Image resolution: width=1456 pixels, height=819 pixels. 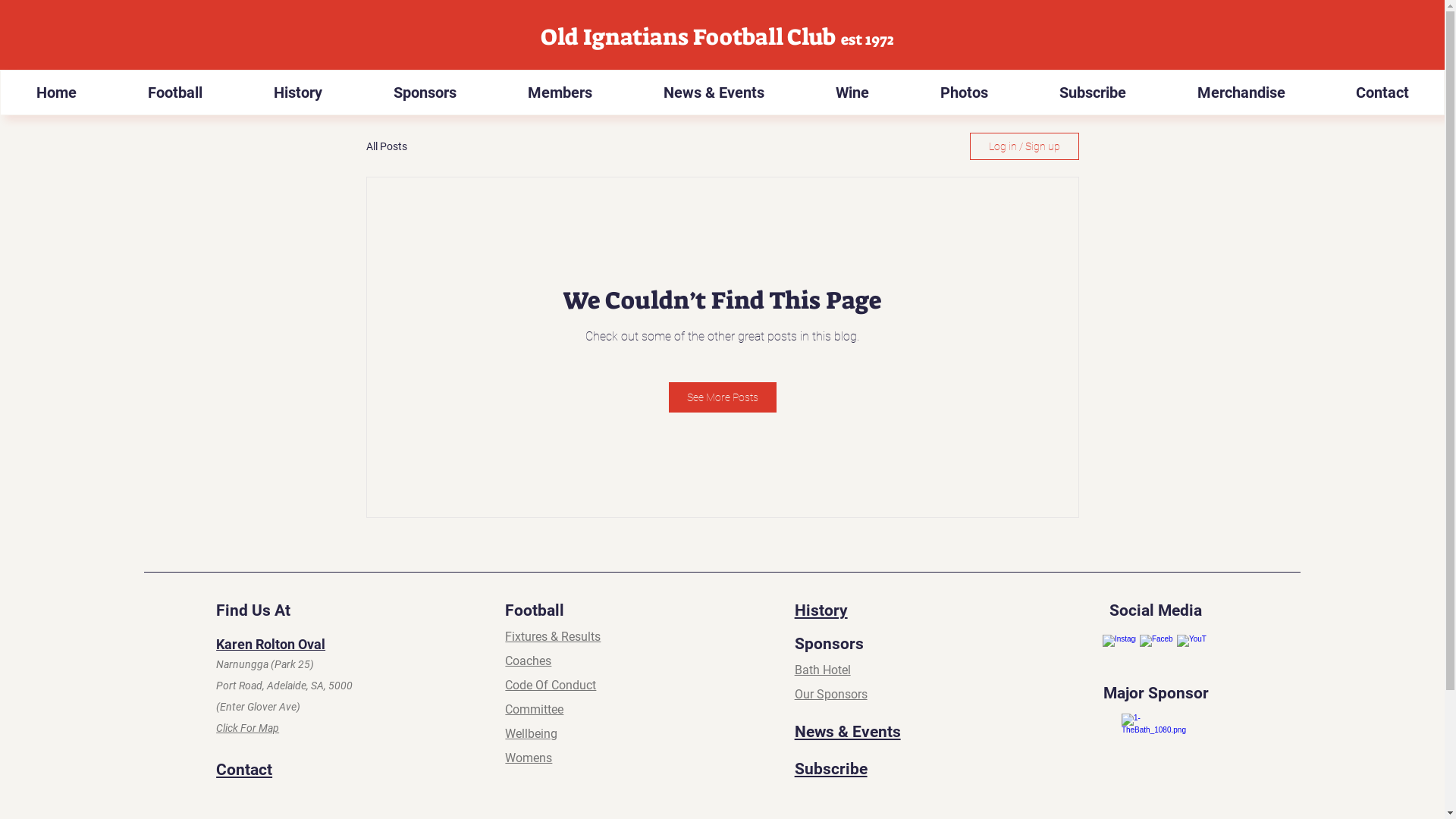 I want to click on 'News & Events', so click(x=847, y=730).